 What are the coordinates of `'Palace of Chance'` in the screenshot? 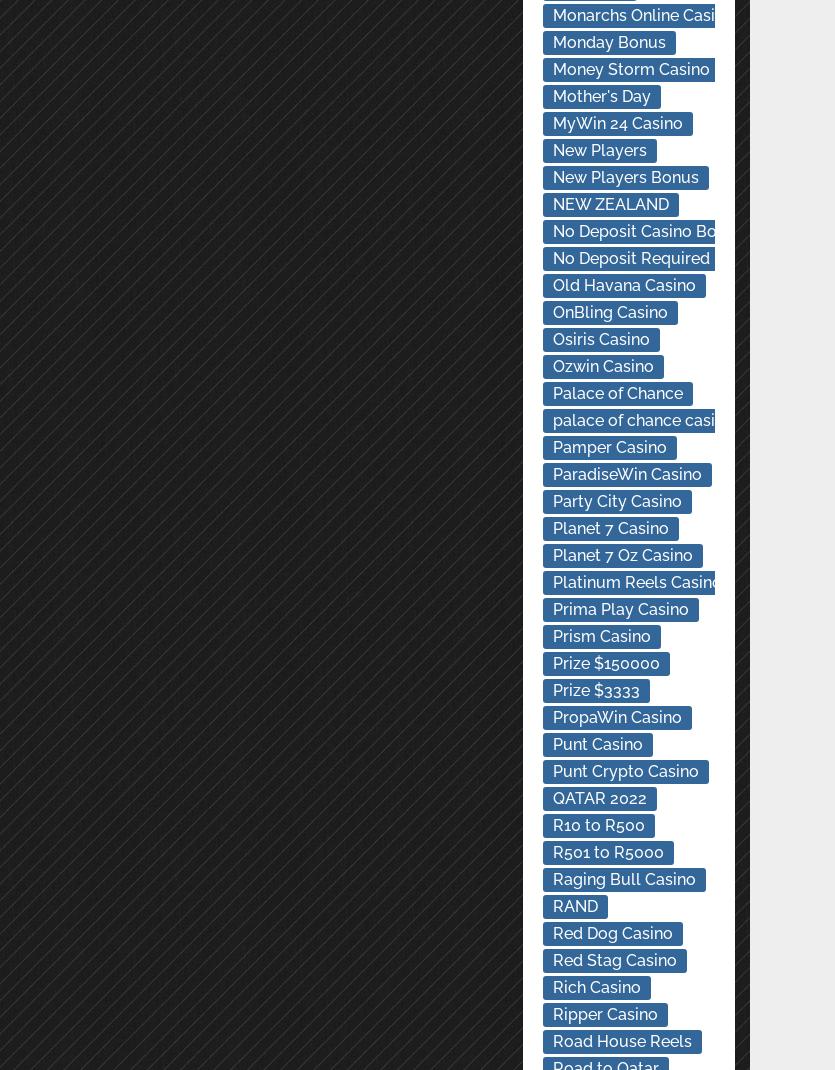 It's located at (615, 392).